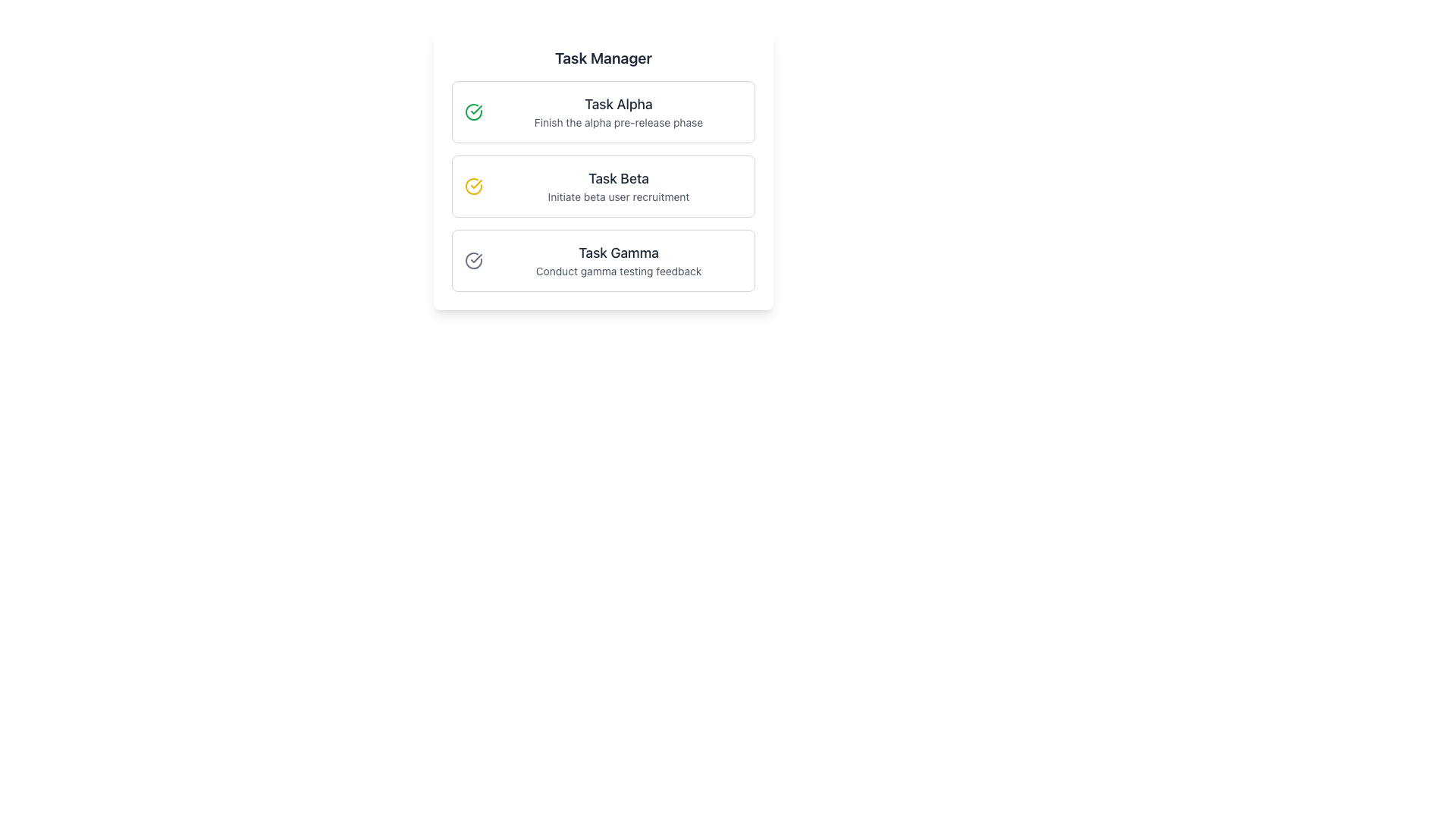 Image resolution: width=1456 pixels, height=819 pixels. What do you see at coordinates (619, 253) in the screenshot?
I see `the 'Task Gamma' text label` at bounding box center [619, 253].